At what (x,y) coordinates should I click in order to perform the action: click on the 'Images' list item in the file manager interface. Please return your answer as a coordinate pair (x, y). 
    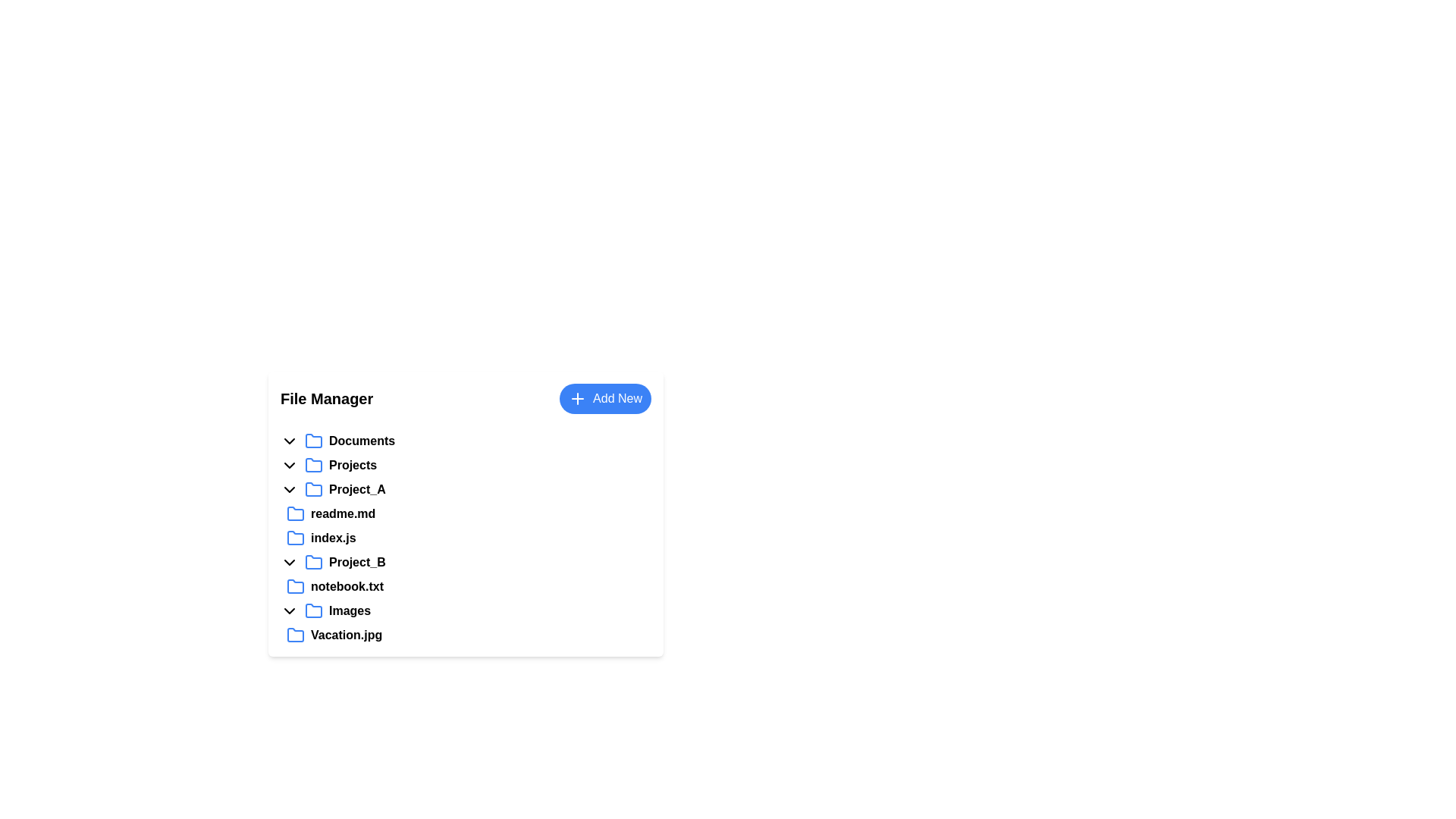
    Looking at the image, I should click on (465, 610).